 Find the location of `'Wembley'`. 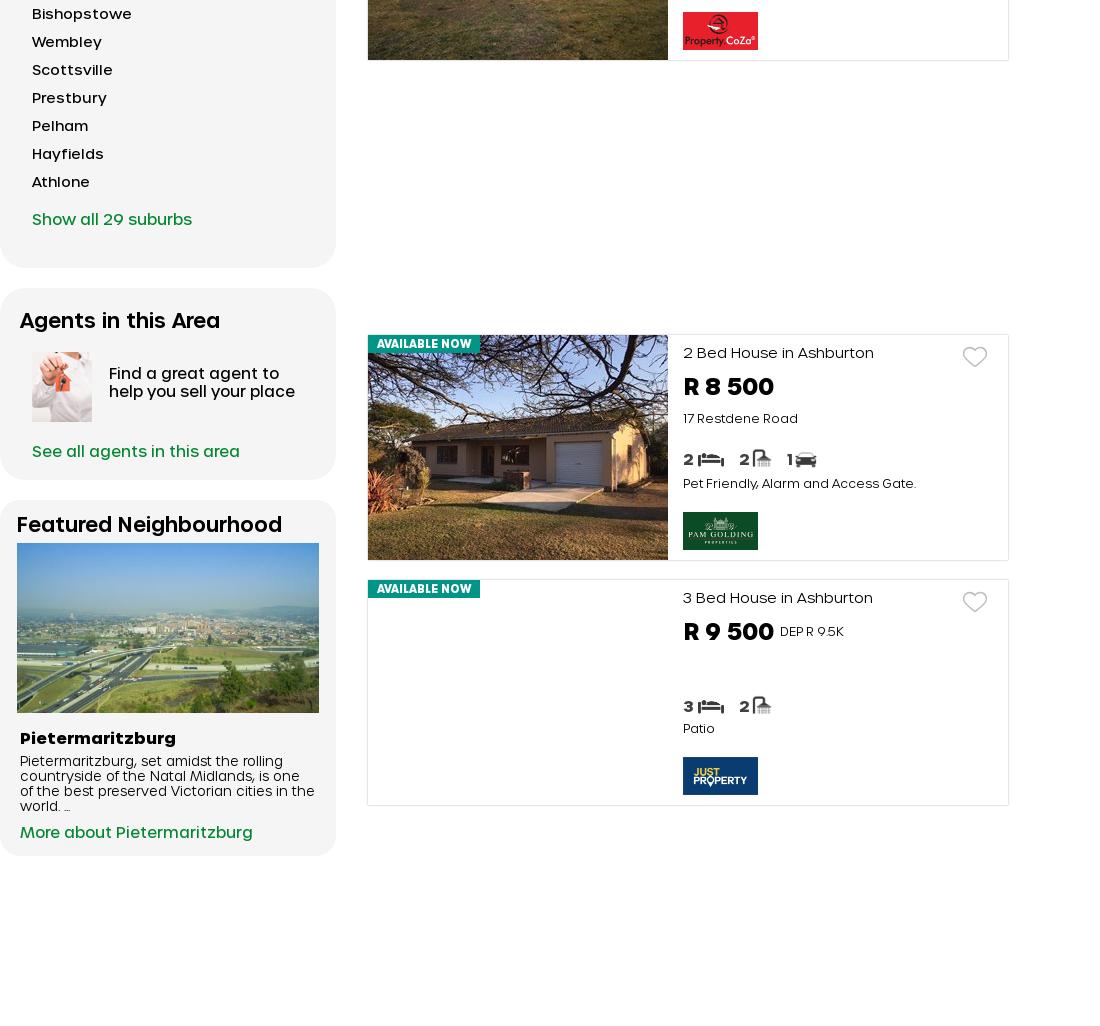

'Wembley' is located at coordinates (65, 41).